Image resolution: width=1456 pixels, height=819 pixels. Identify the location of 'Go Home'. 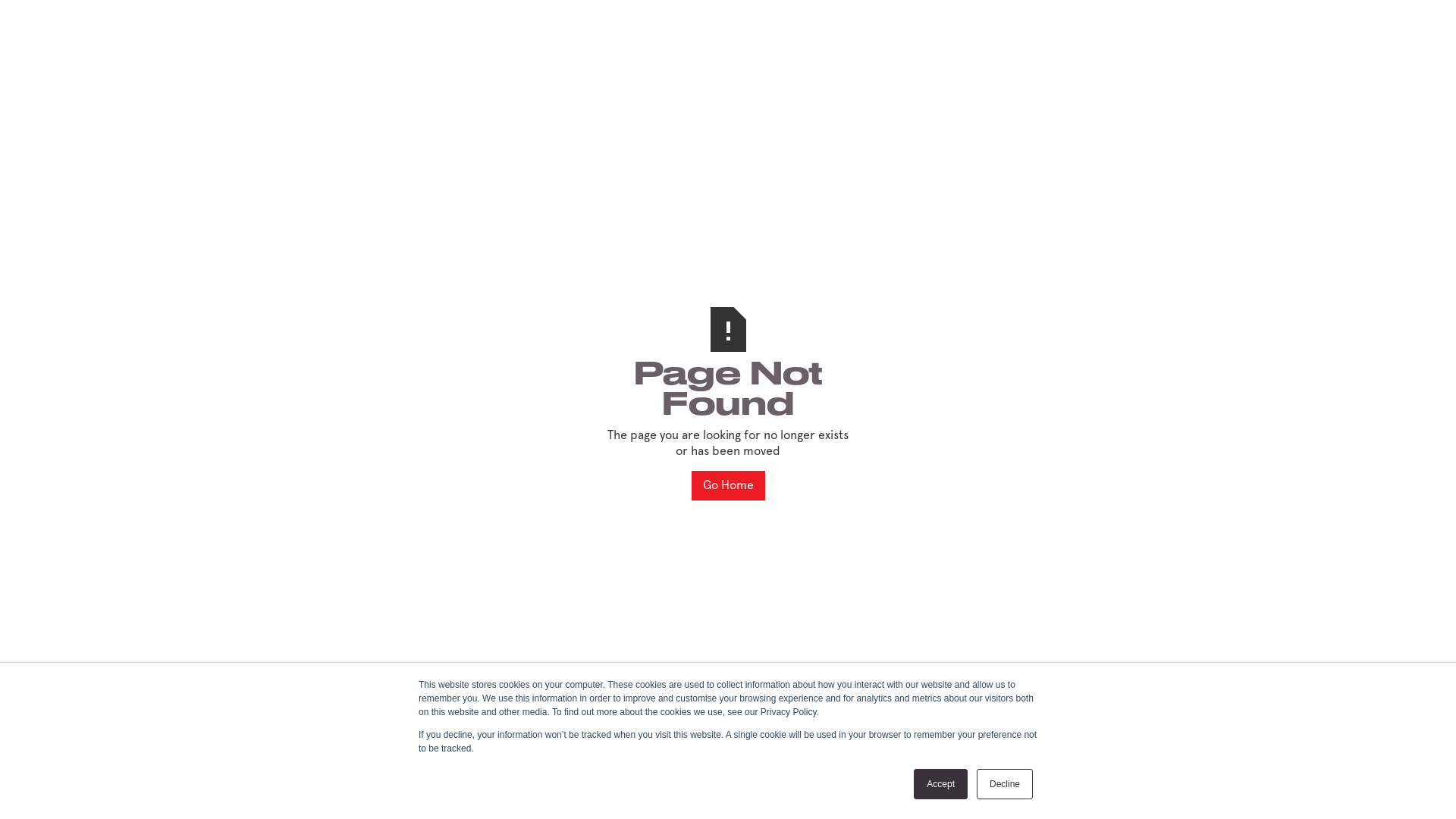
(728, 485).